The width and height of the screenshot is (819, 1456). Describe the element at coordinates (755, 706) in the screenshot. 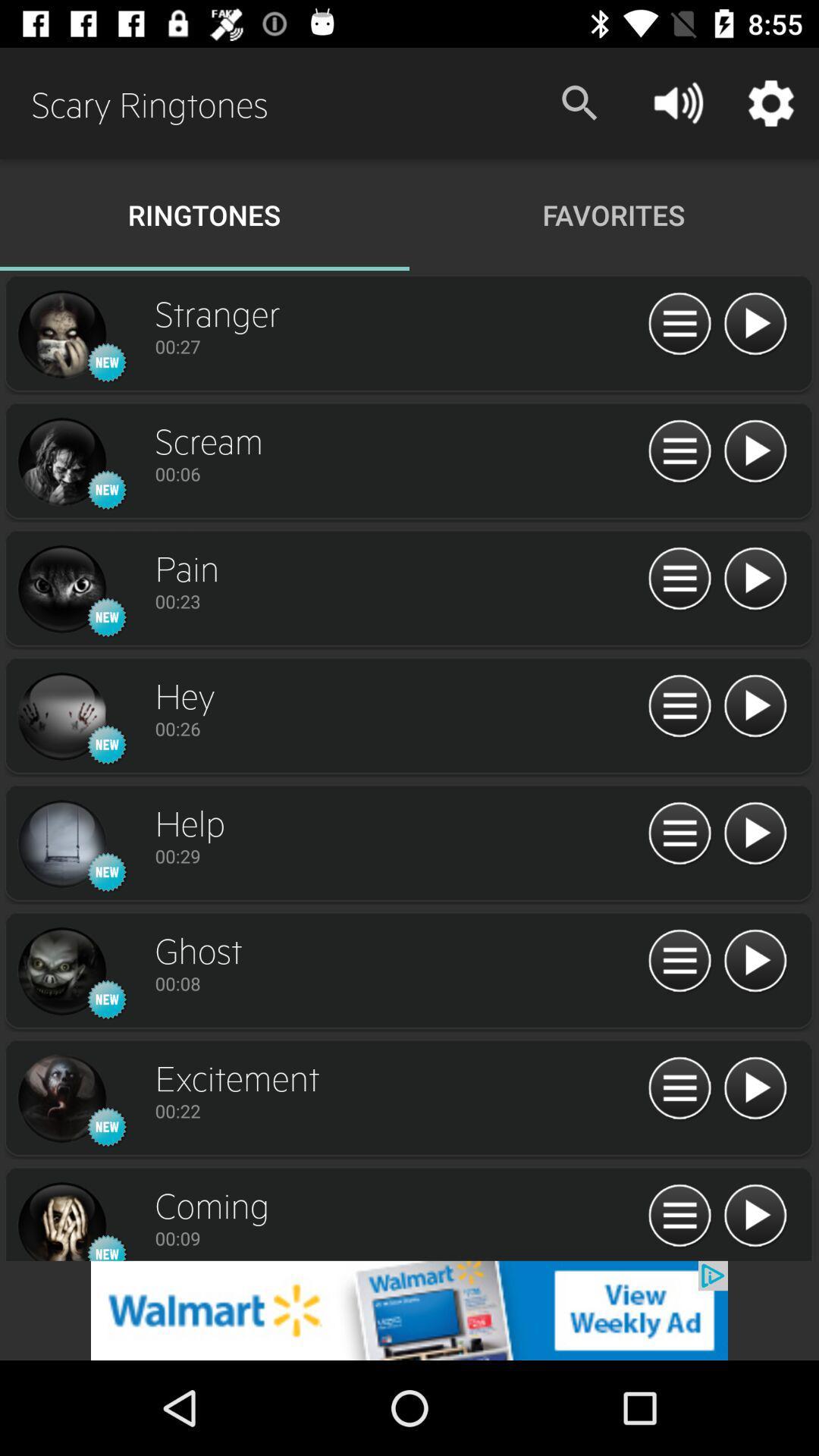

I see `the play button` at that location.